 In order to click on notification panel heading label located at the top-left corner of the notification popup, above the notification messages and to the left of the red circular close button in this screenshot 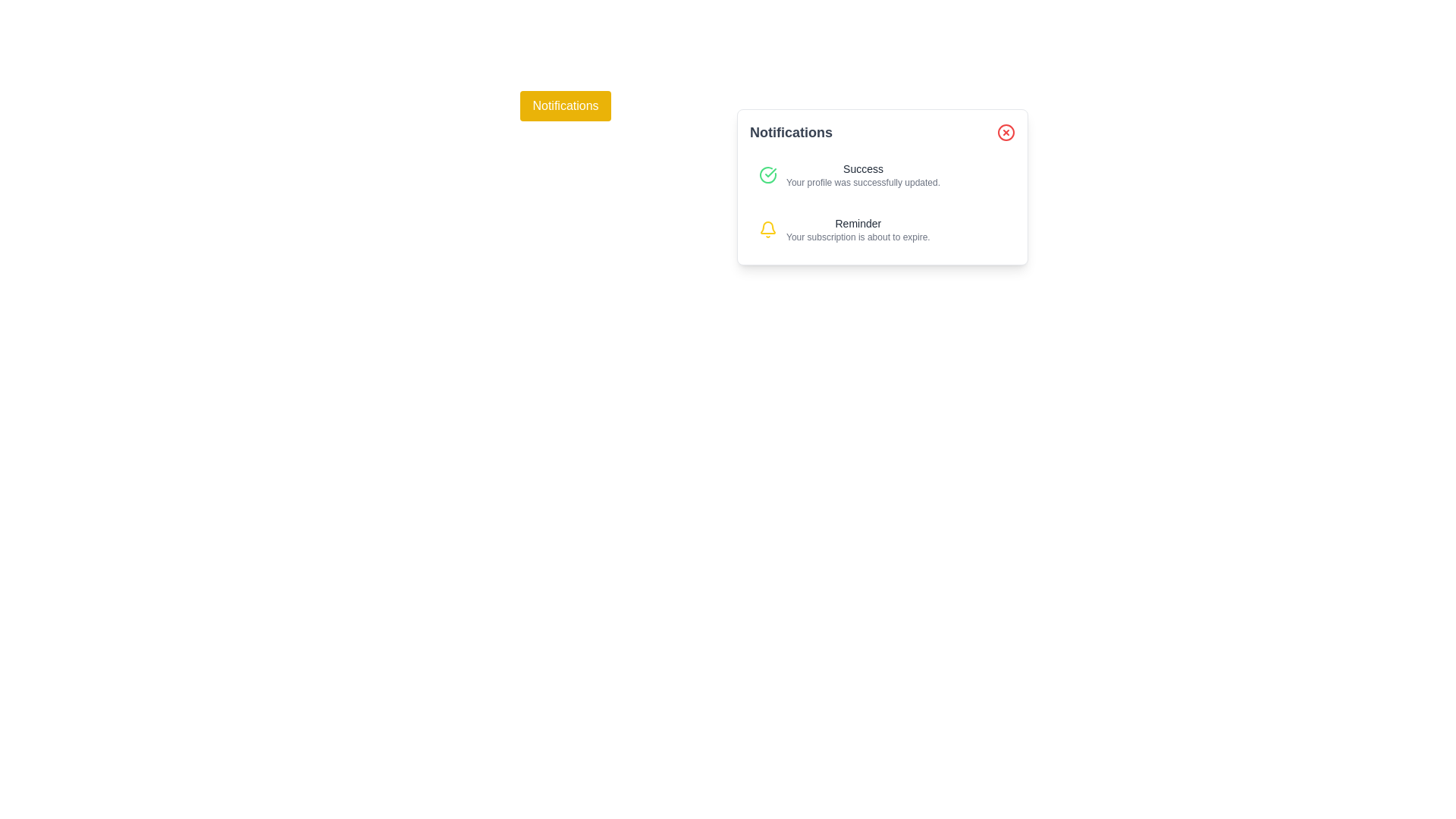, I will do `click(790, 131)`.